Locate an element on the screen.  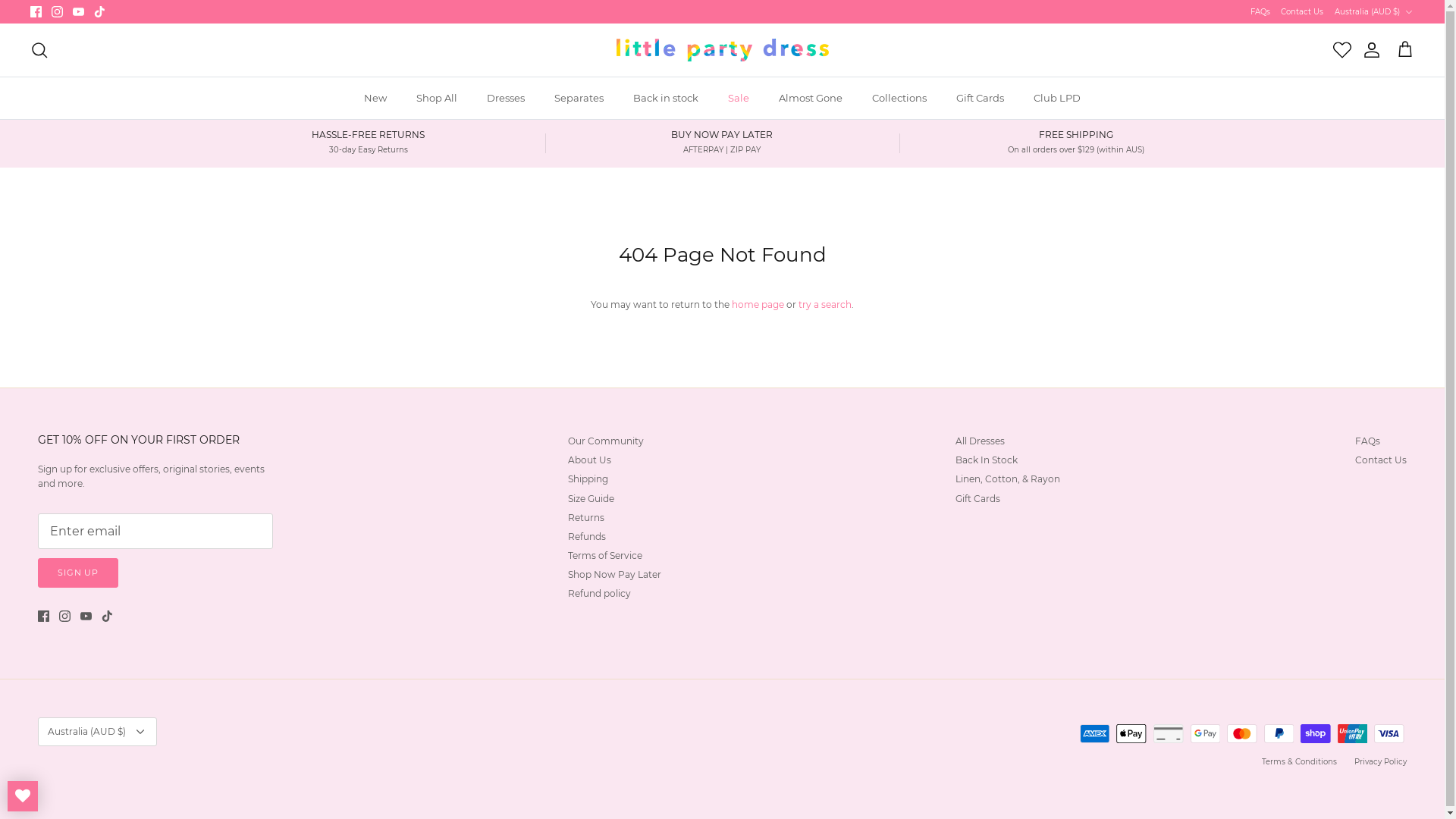
'Back In Stock' is located at coordinates (986, 459).